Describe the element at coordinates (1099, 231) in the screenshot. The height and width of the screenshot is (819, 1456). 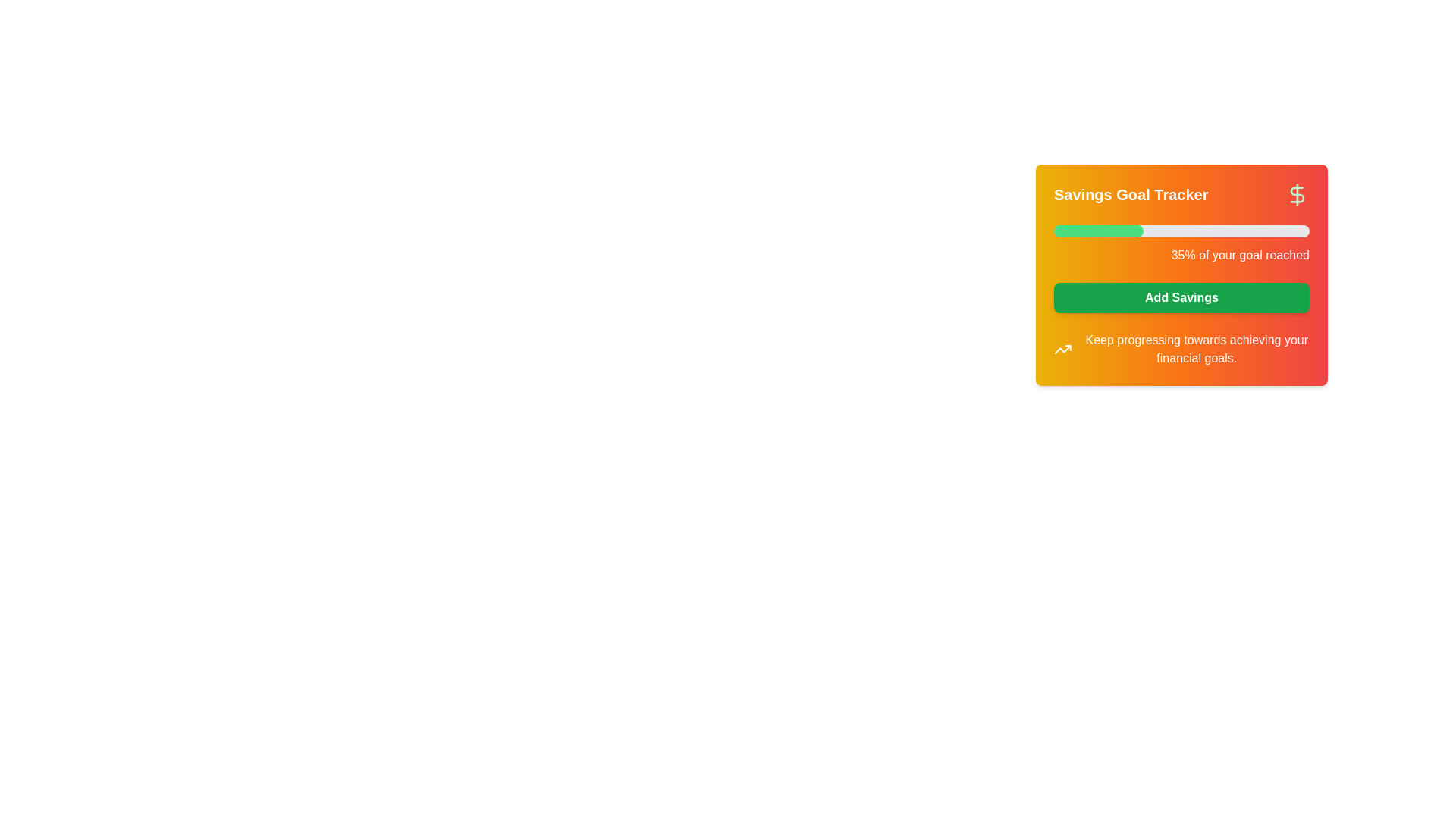
I see `the green progress bar indicating 35% completion within the gray horizontal progress bar under the 'Savings Goal Tracker' title` at that location.